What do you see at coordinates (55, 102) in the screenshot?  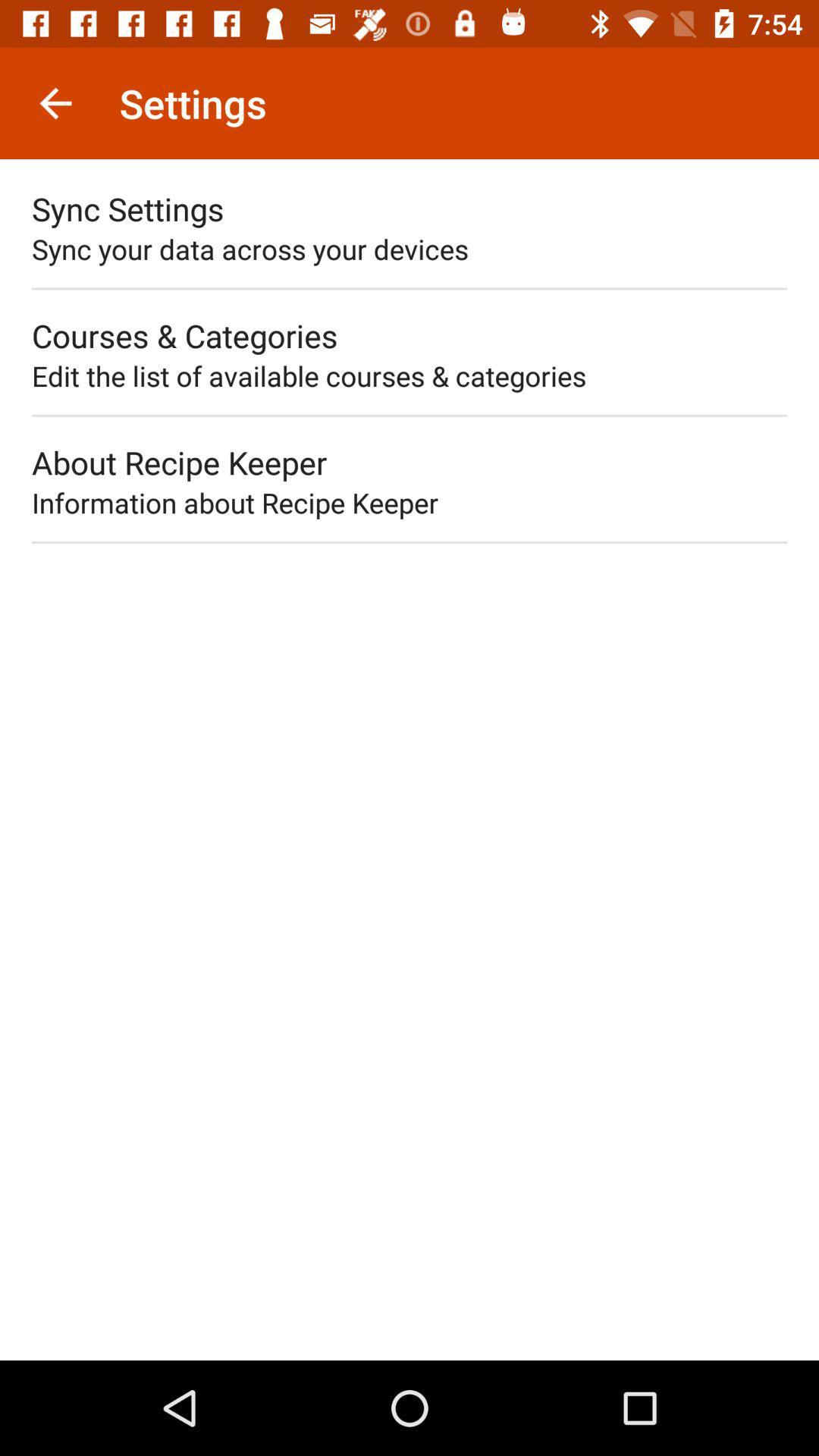 I see `icon above sync settings` at bounding box center [55, 102].